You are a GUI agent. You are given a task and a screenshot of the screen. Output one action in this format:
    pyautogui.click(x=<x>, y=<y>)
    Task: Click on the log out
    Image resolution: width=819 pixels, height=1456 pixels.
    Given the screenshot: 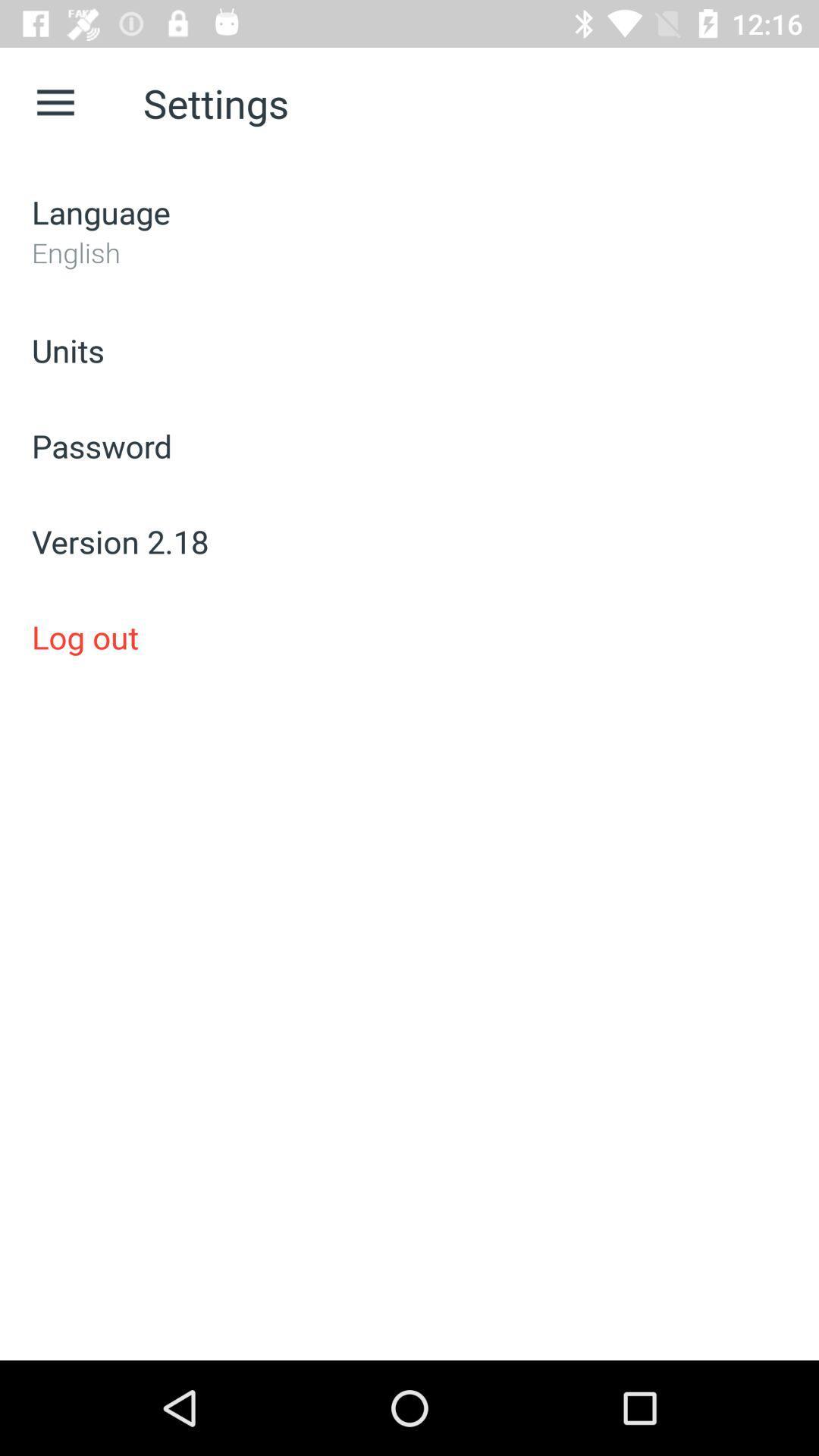 What is the action you would take?
    pyautogui.click(x=409, y=637)
    